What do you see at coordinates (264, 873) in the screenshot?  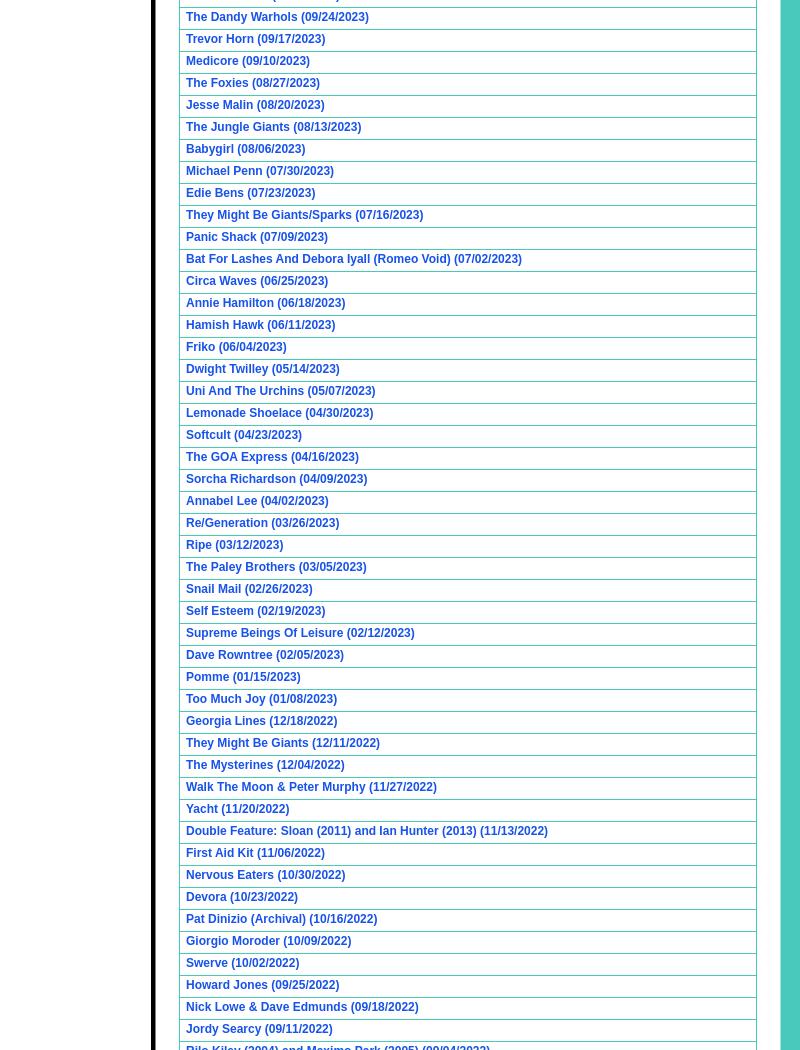 I see `'Nervous Eaters (10/30/2022)'` at bounding box center [264, 873].